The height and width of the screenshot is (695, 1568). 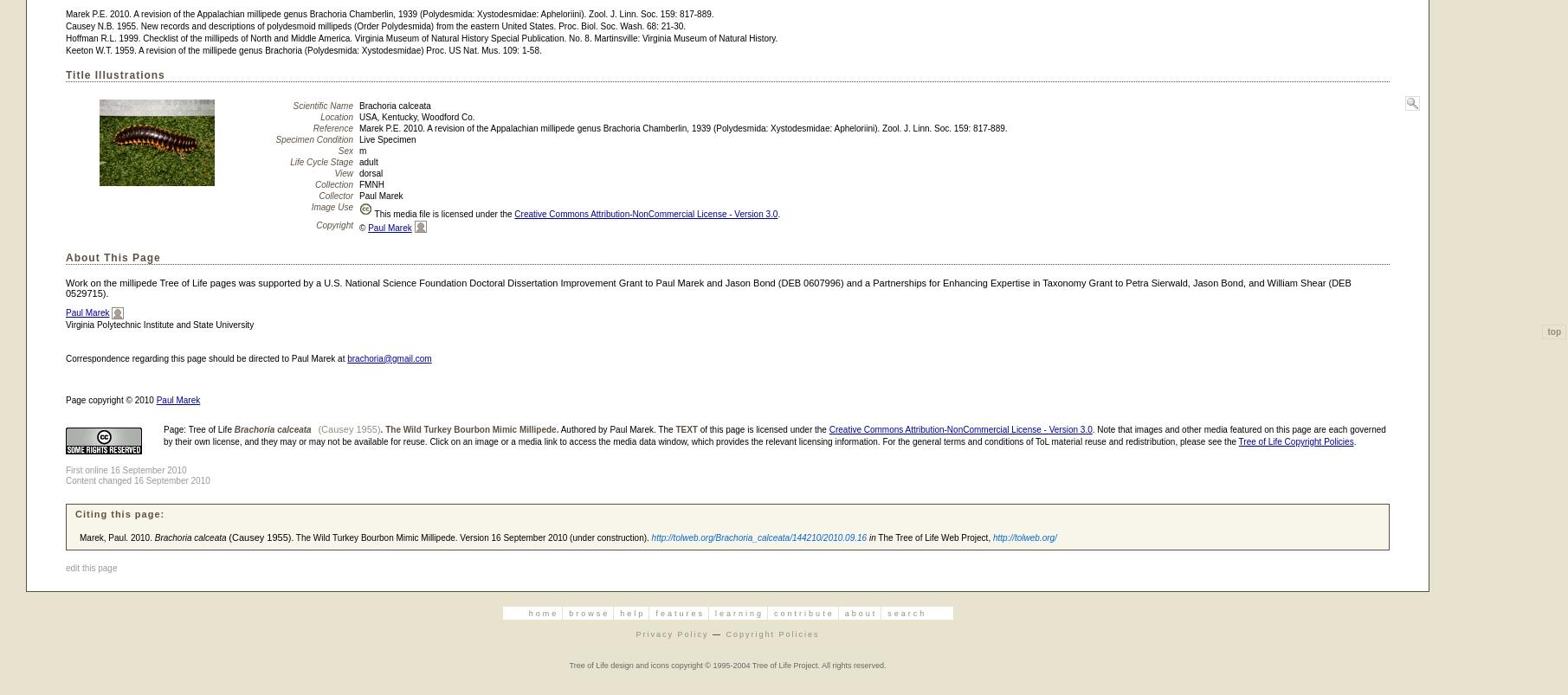 What do you see at coordinates (662, 428) in the screenshot?
I see `'.         
	The'` at bounding box center [662, 428].